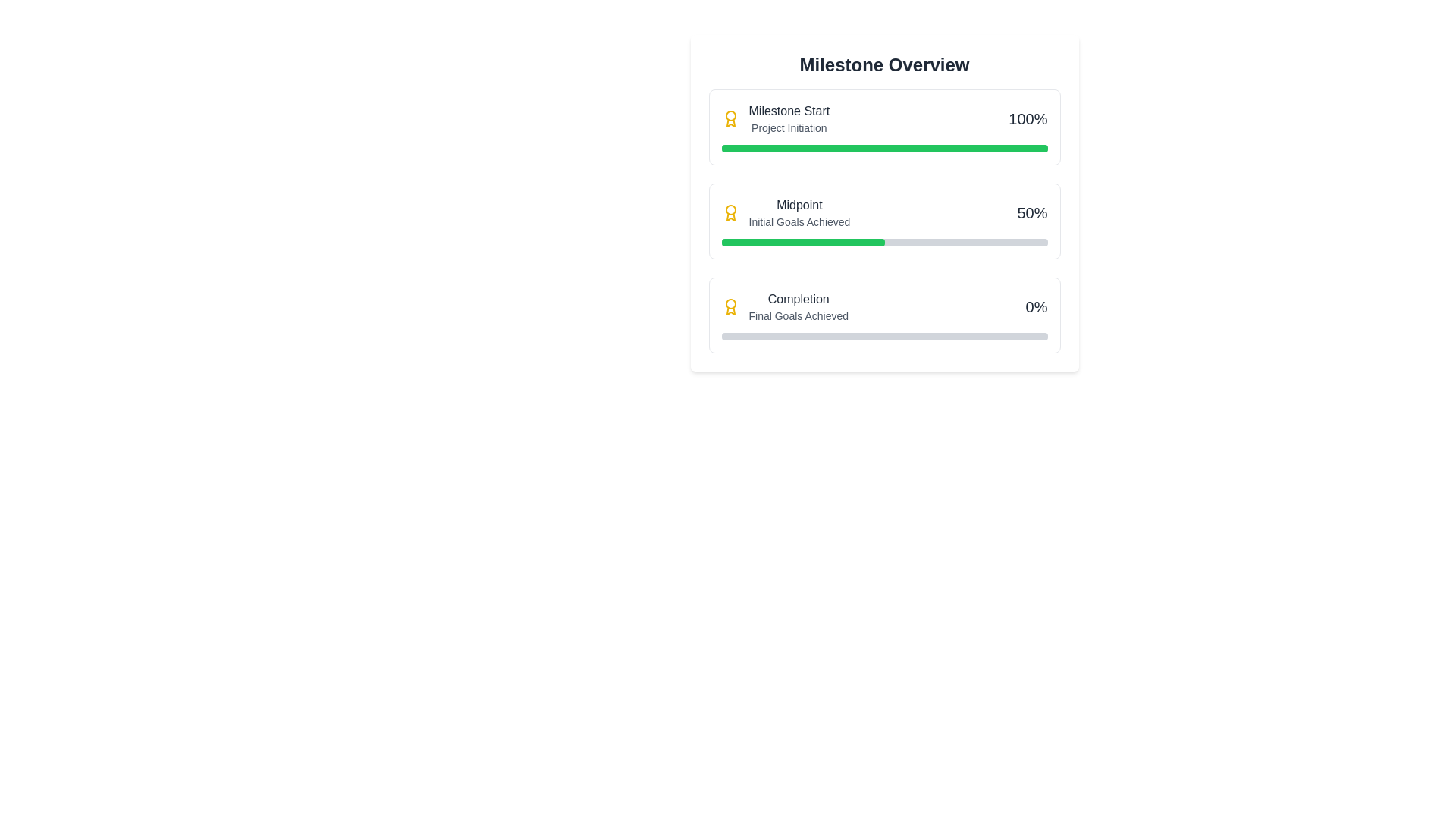 This screenshot has height=819, width=1456. I want to click on the bottom part of the award icon in the milestone progress bar, represented as a graphical vector component within an SVG element, so click(730, 310).